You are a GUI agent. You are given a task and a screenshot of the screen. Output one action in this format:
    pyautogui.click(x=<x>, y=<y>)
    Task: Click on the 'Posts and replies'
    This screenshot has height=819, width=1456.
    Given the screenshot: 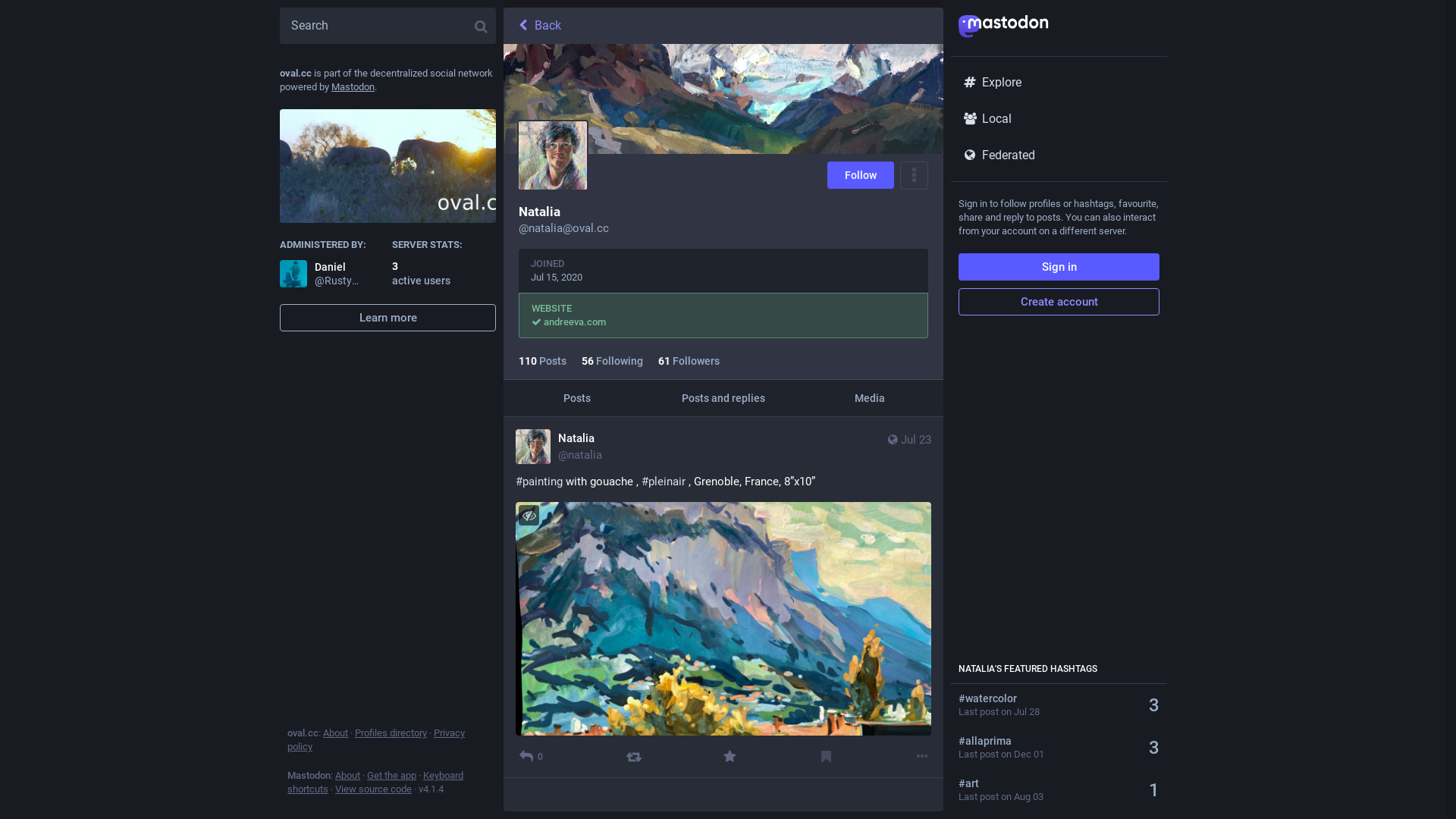 What is the action you would take?
    pyautogui.click(x=722, y=397)
    